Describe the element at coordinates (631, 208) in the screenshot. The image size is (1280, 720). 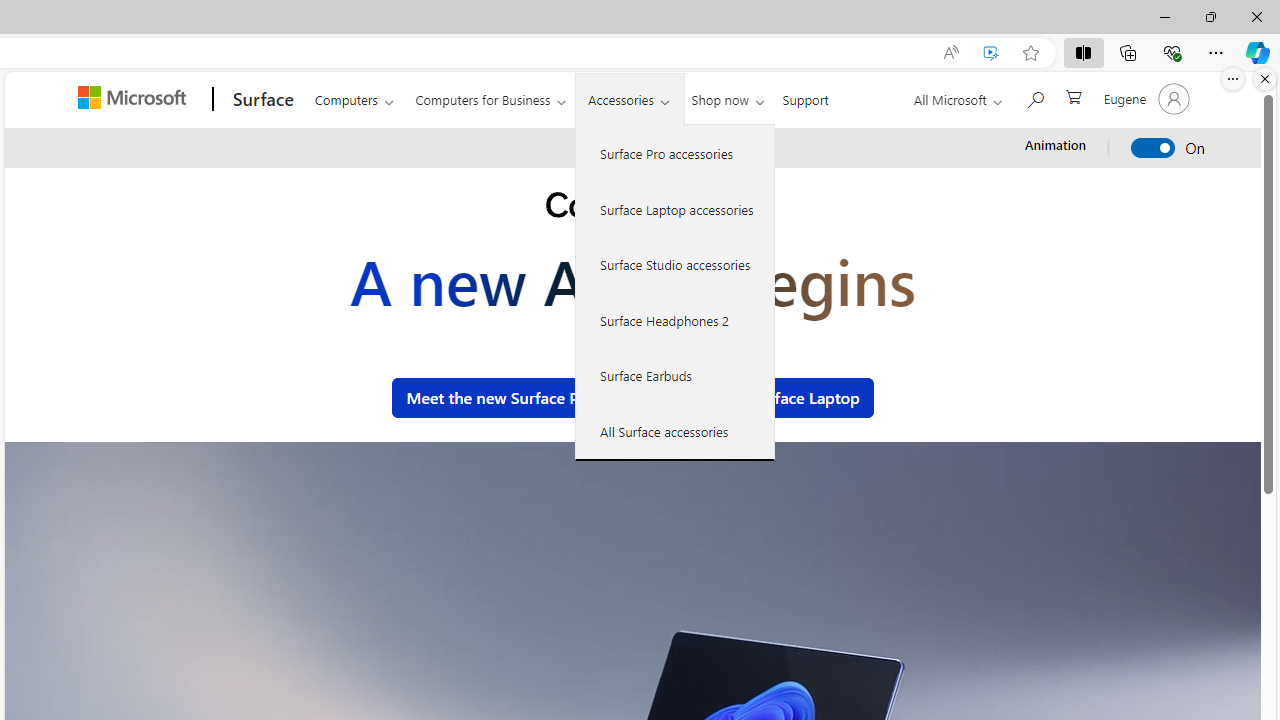
I see `'Copilot+ PC.'` at that location.